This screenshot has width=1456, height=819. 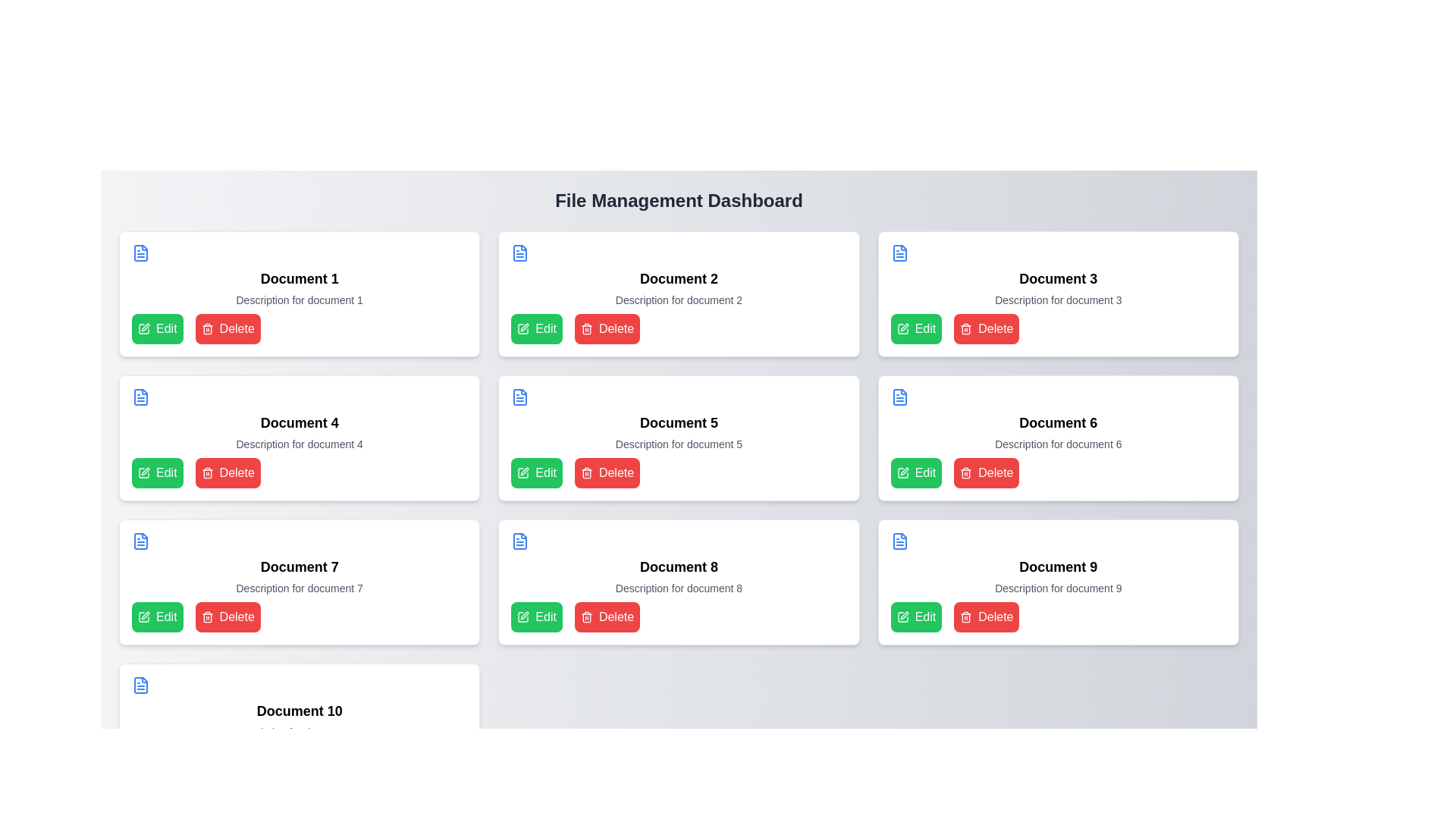 What do you see at coordinates (300, 444) in the screenshot?
I see `the Text Label that provides a description for 'Document 4', which is located in the second row and second column of the grid layout, positioned below the 'Document 4' heading` at bounding box center [300, 444].